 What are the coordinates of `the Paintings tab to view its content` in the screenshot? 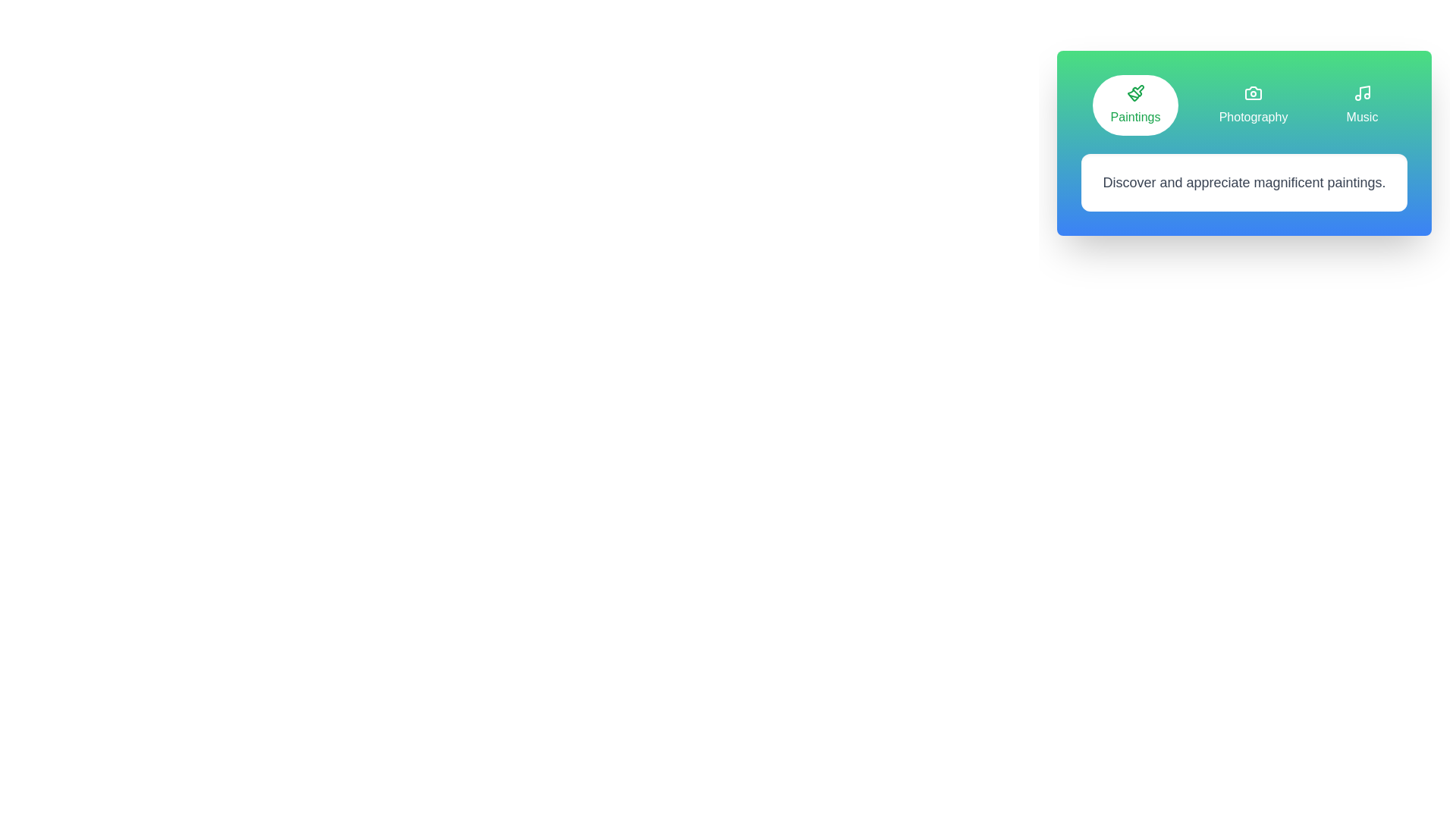 It's located at (1135, 104).